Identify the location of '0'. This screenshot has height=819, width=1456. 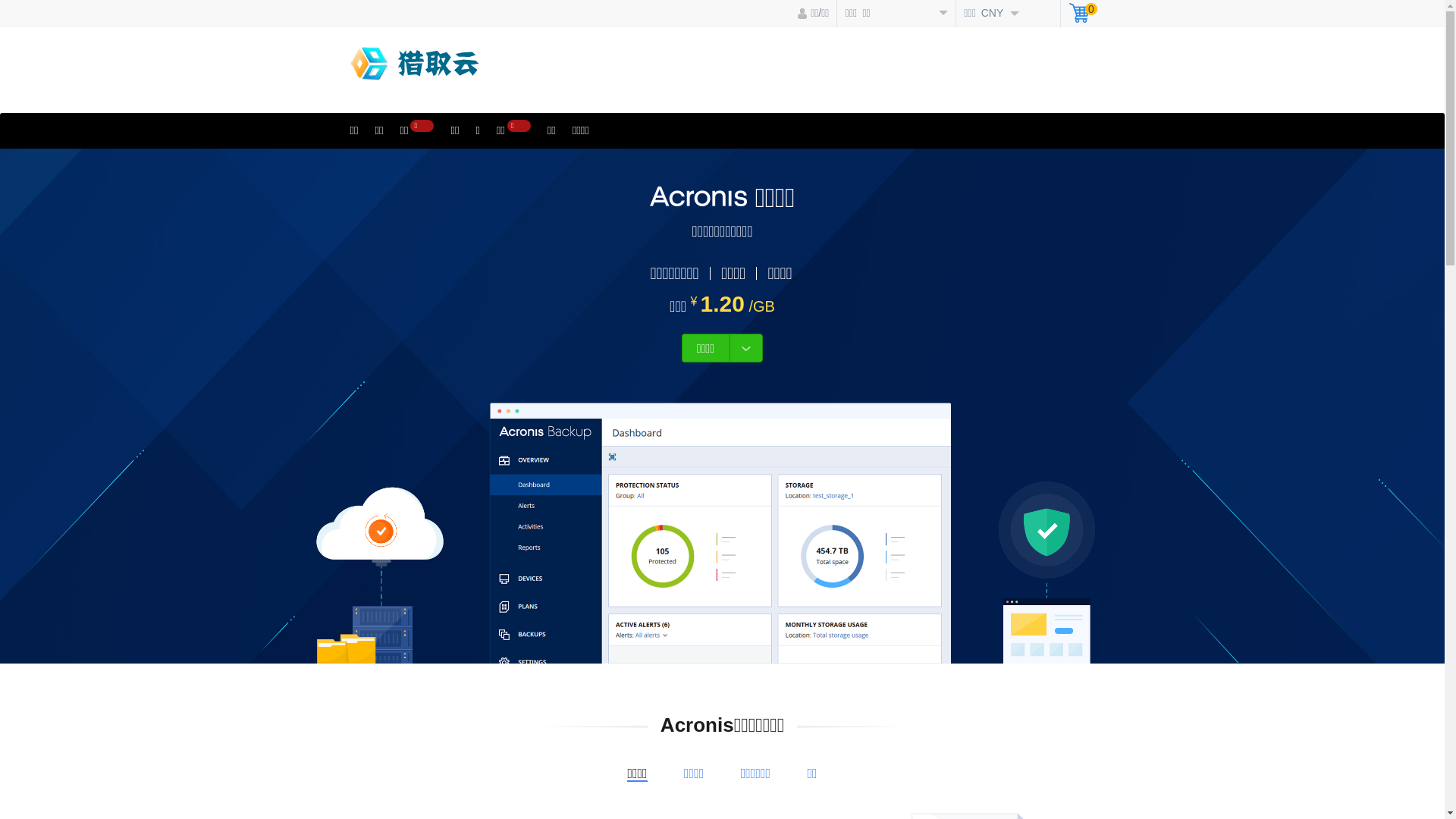
(1068, 14).